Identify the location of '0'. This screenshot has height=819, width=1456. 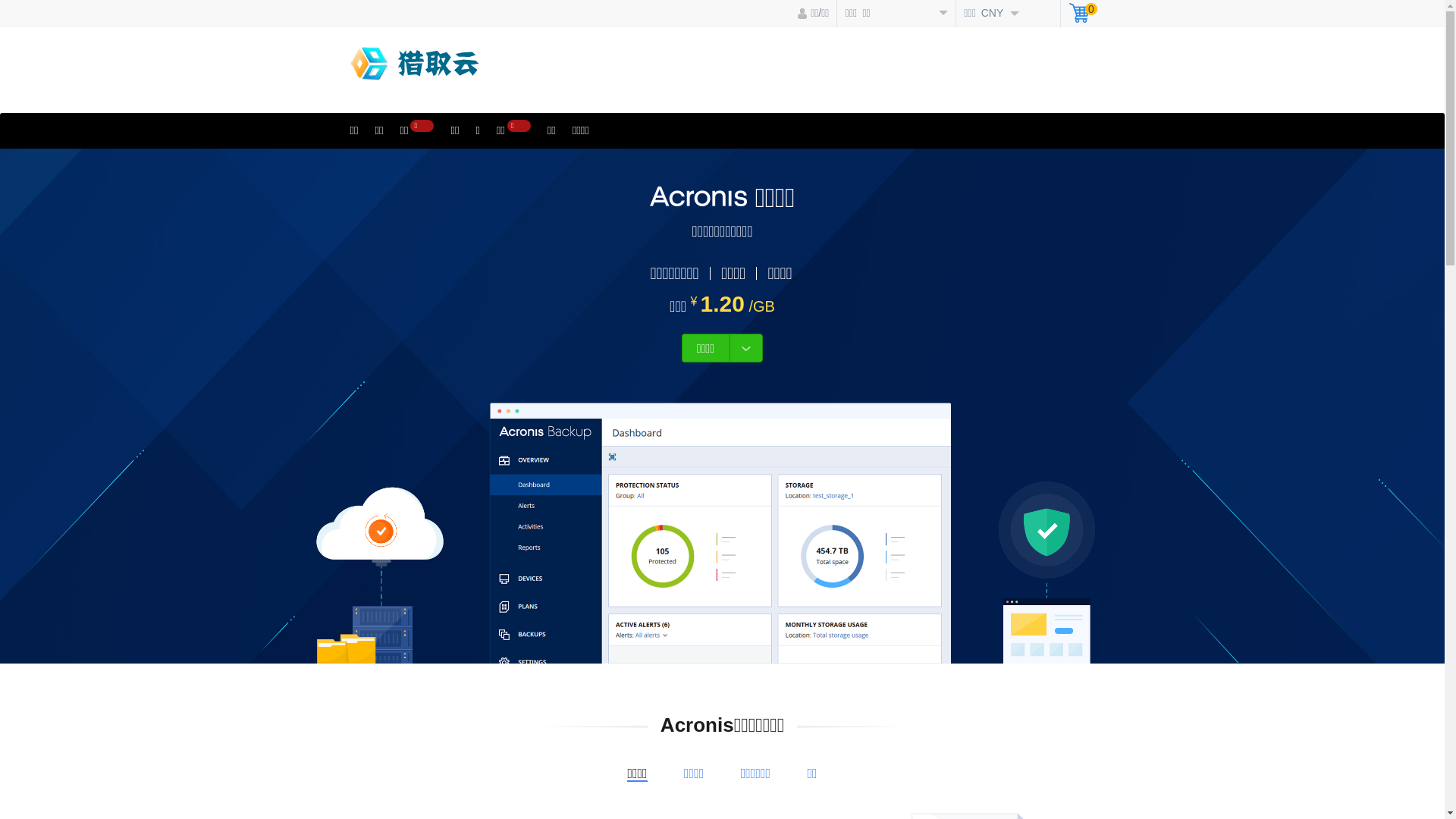
(1068, 14).